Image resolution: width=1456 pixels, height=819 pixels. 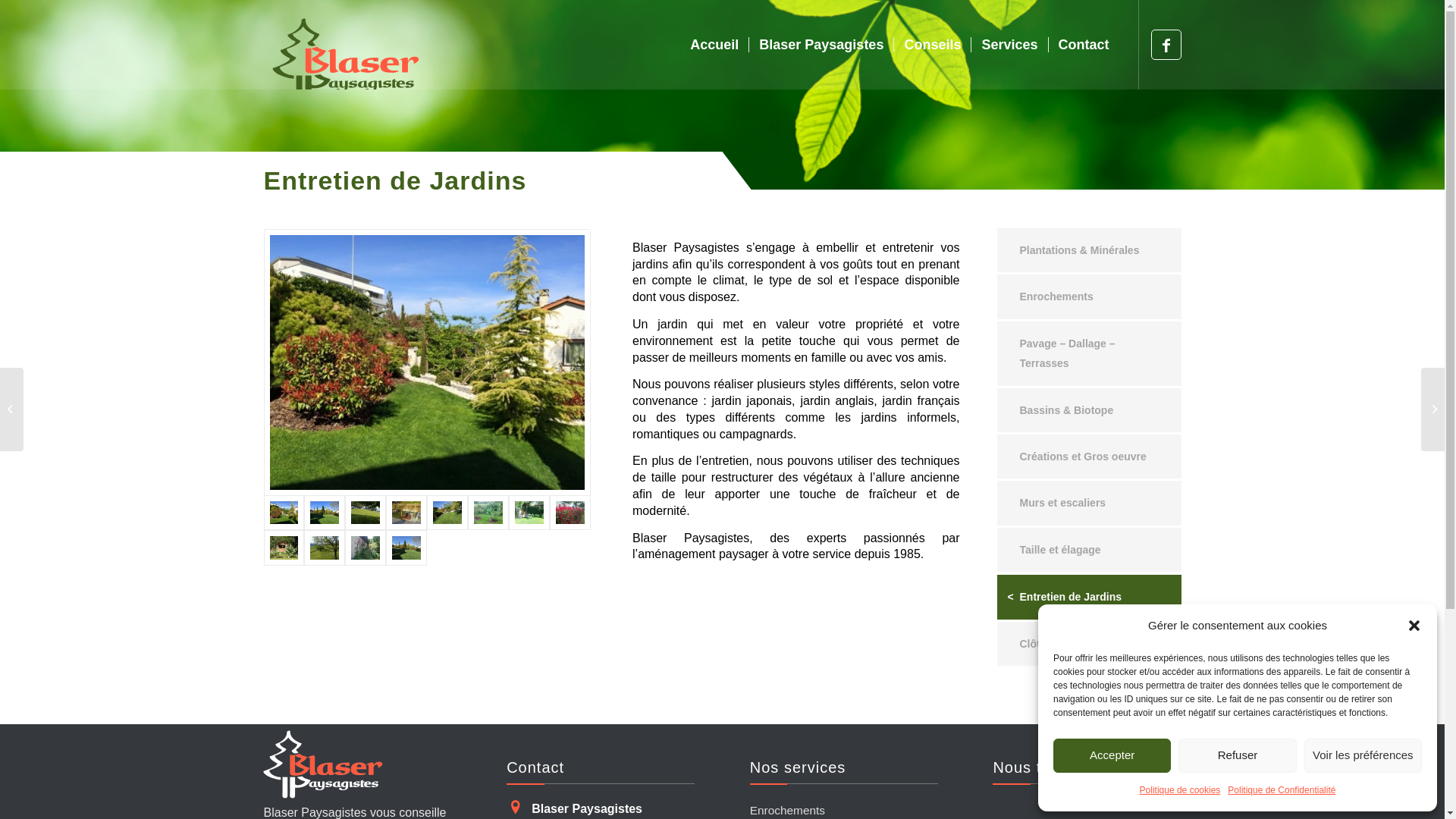 I want to click on 'Murs et escaliers', so click(x=996, y=503).